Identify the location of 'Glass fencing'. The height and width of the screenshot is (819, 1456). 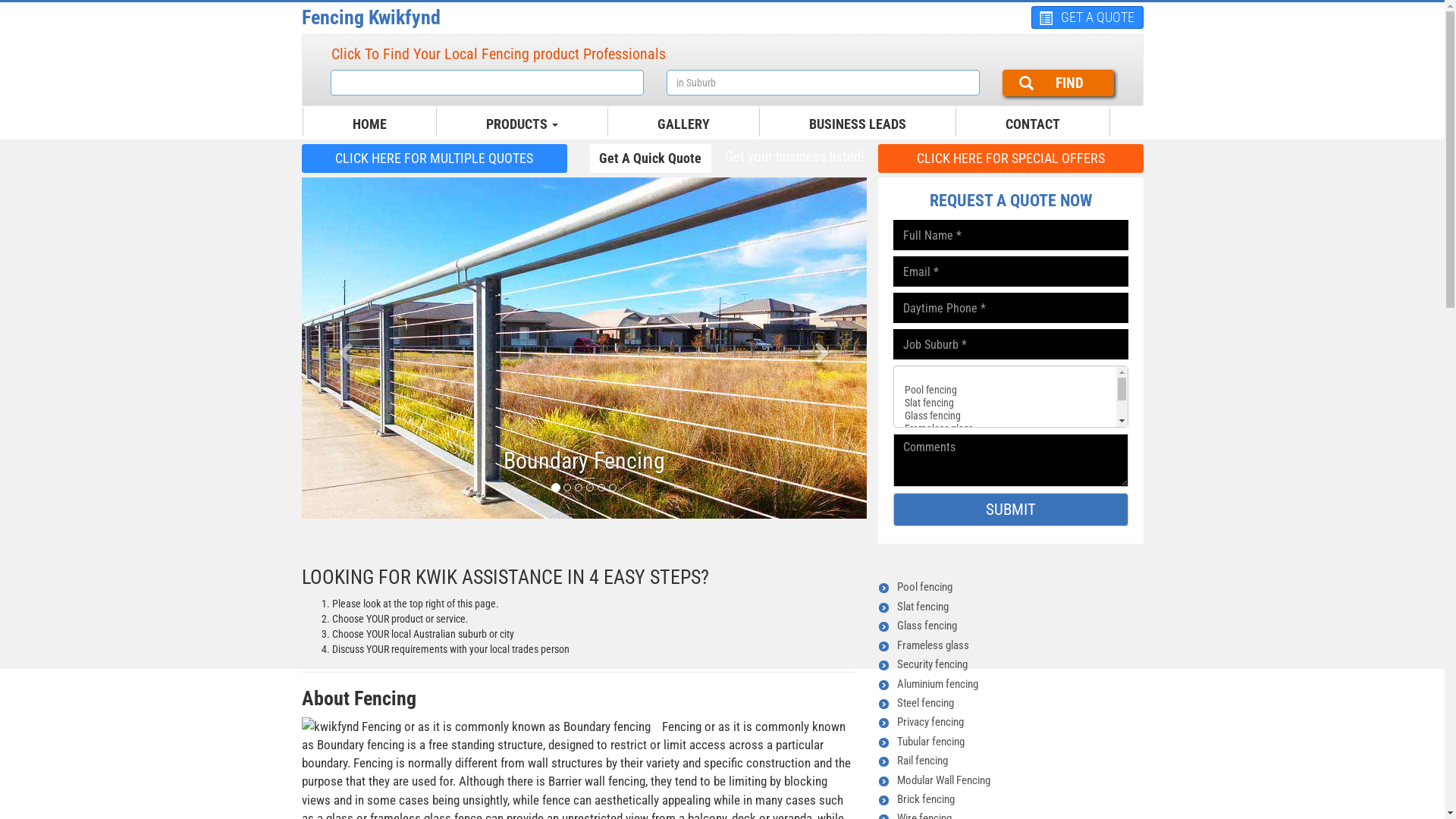
(925, 626).